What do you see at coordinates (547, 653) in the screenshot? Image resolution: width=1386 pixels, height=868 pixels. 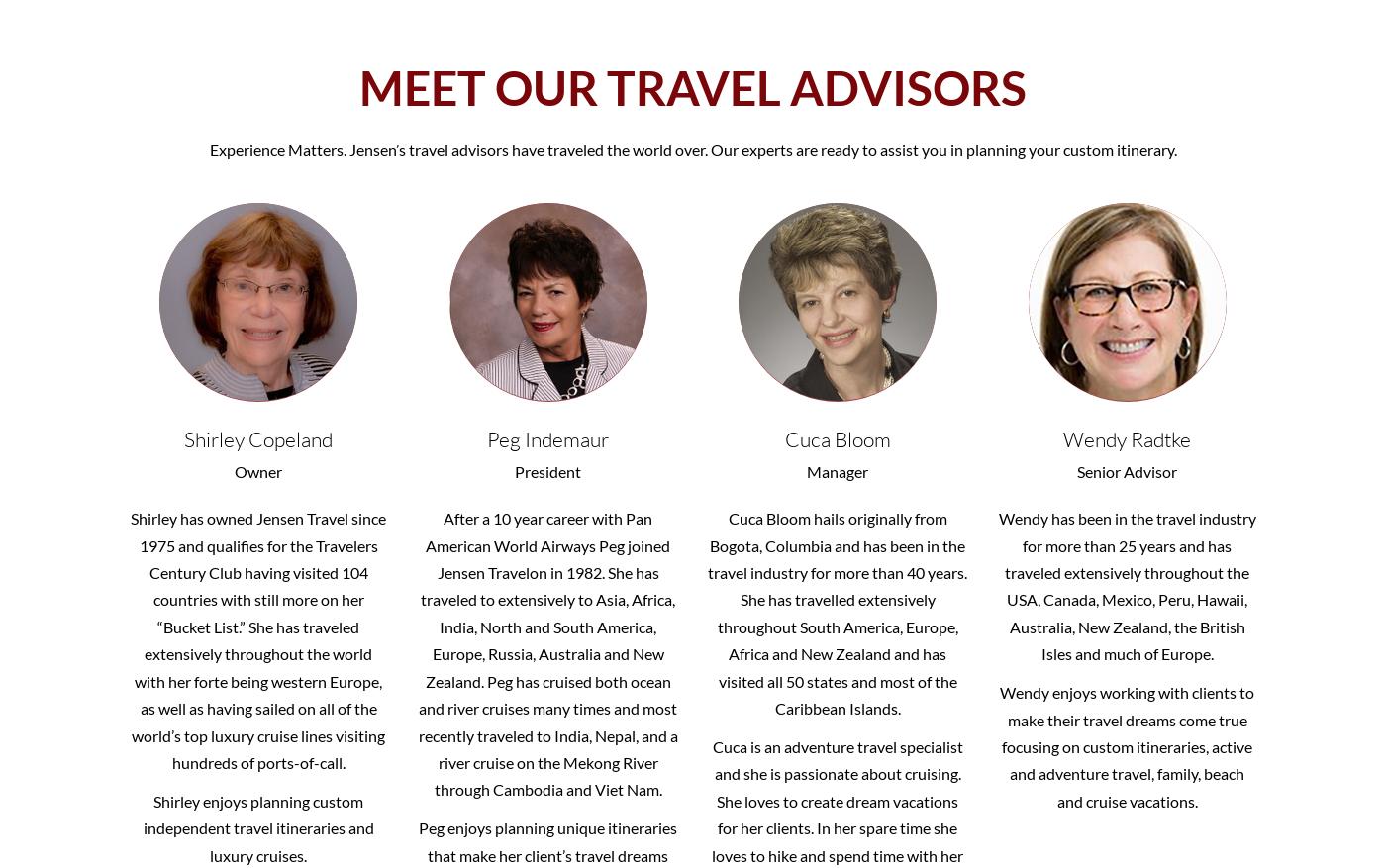 I see `'After a 10 year career with Pan American World Airways Peg joined Jensen Travelon in 1982. She has traveled to extensively to Asia, Africa, India, North and South America, Europe, Russia, Australia and New Zealand. Peg has cruised both ocean and river cruises many times and most recently traveled to India, Nepal, and a river cruise on the Mekong River through Cambodia and Viet Nam.'` at bounding box center [547, 653].